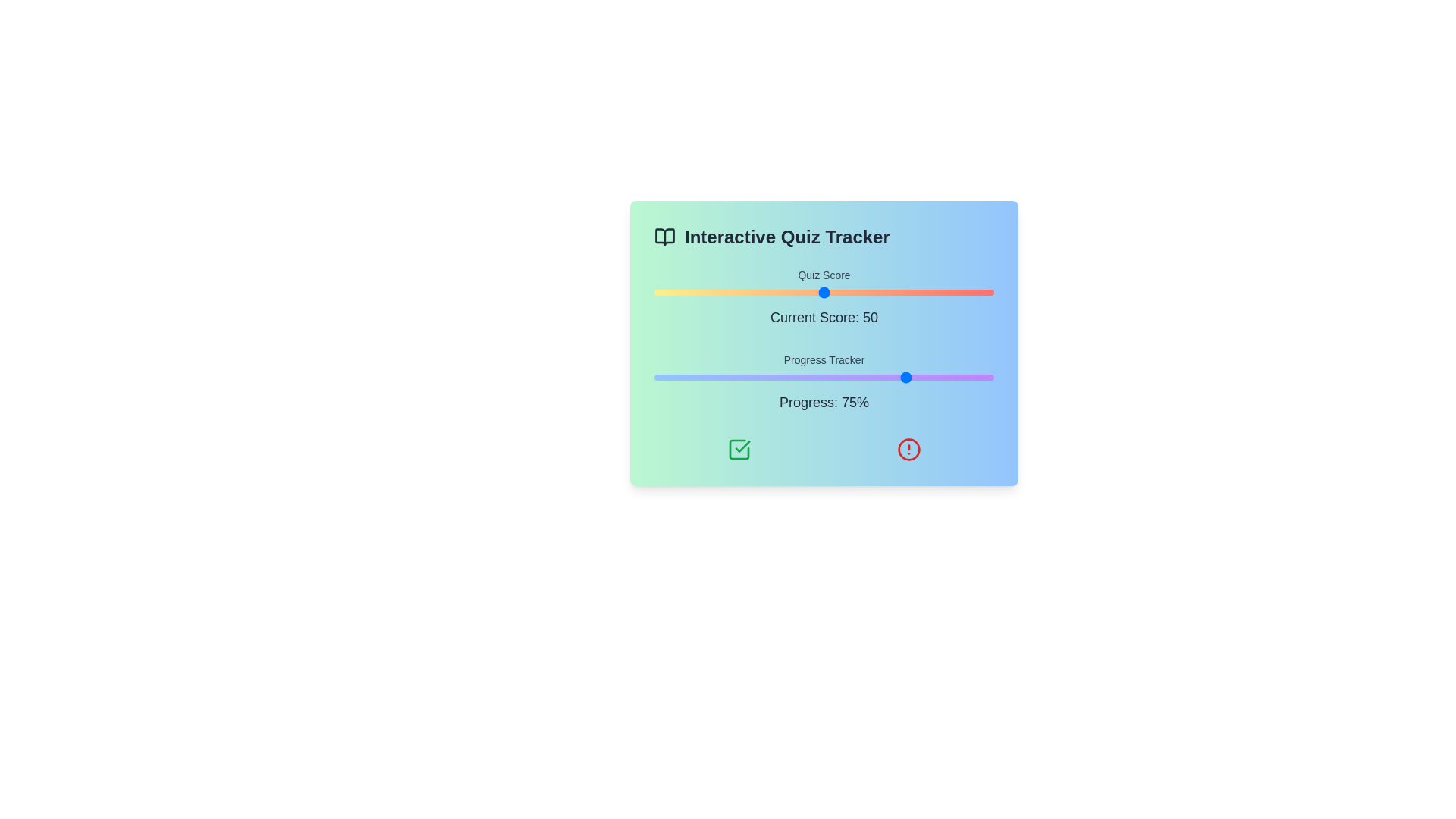 The width and height of the screenshot is (1456, 819). What do you see at coordinates (990, 292) in the screenshot?
I see `the quiz score slider to set the score to 99` at bounding box center [990, 292].